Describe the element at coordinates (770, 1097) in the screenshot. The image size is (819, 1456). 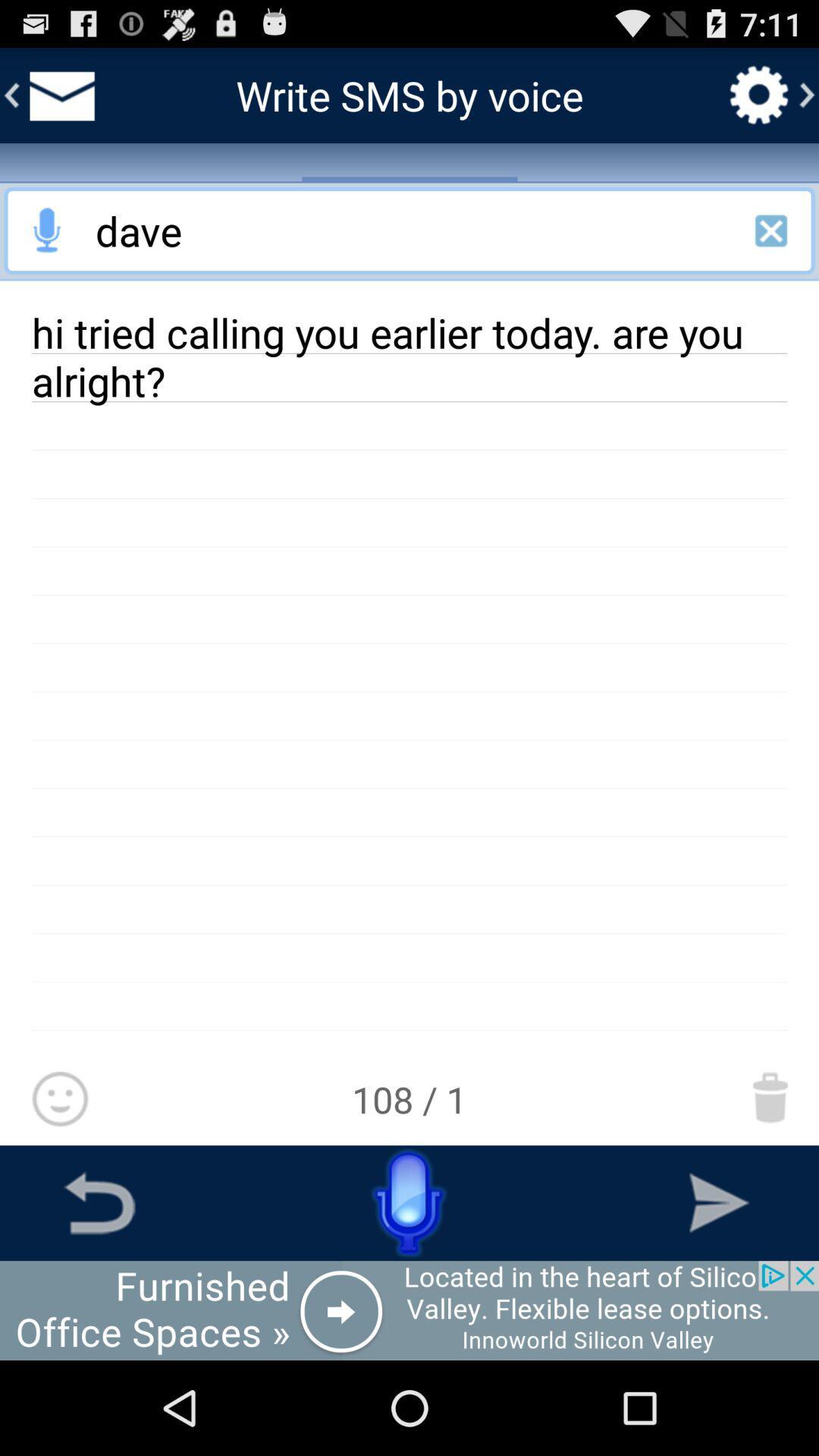
I see `dustbin` at that location.